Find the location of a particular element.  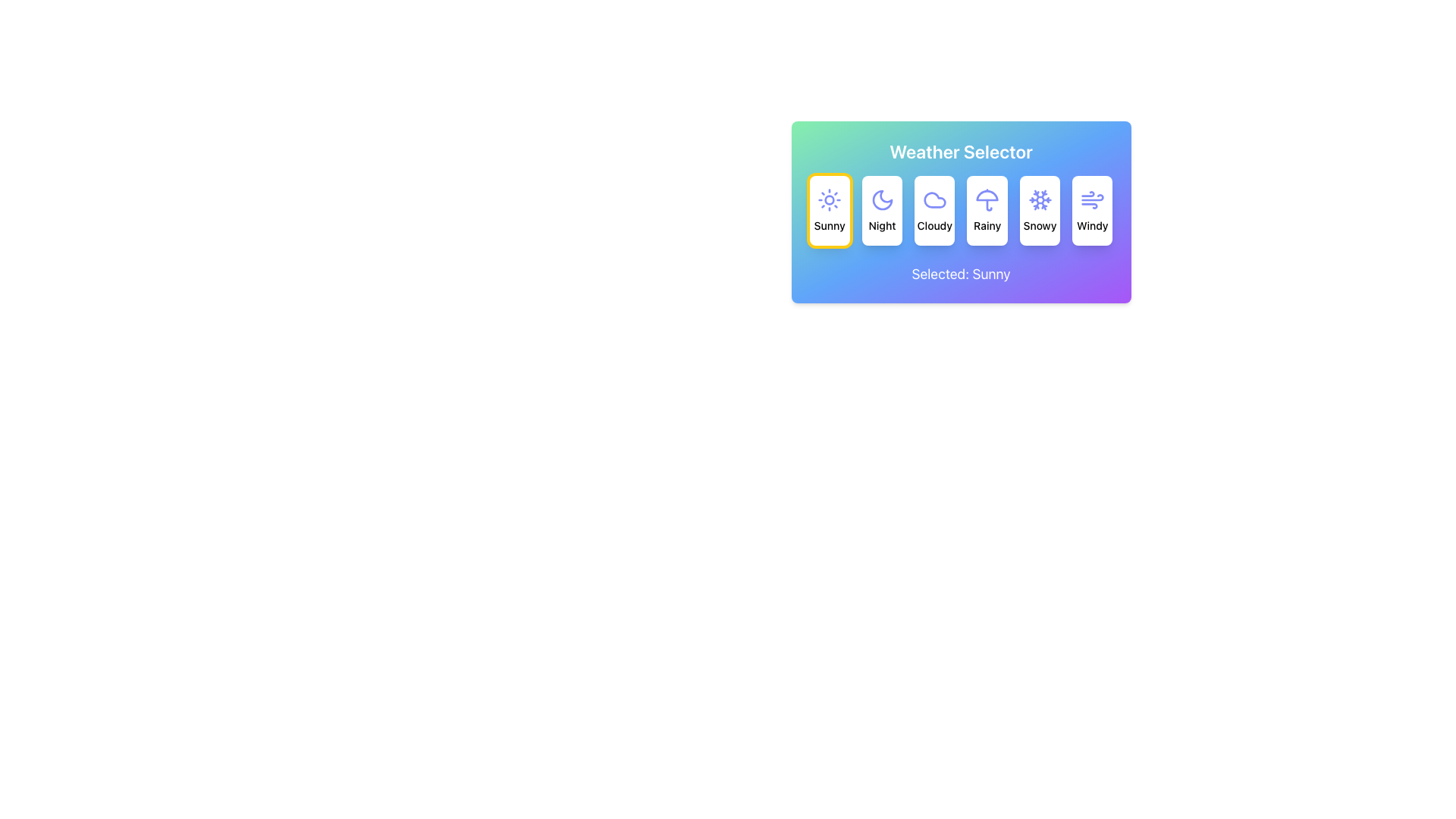

the 'Cloudy' button in the weather selection grid to trigger hover effects, located third from the left among six options is located at coordinates (934, 210).